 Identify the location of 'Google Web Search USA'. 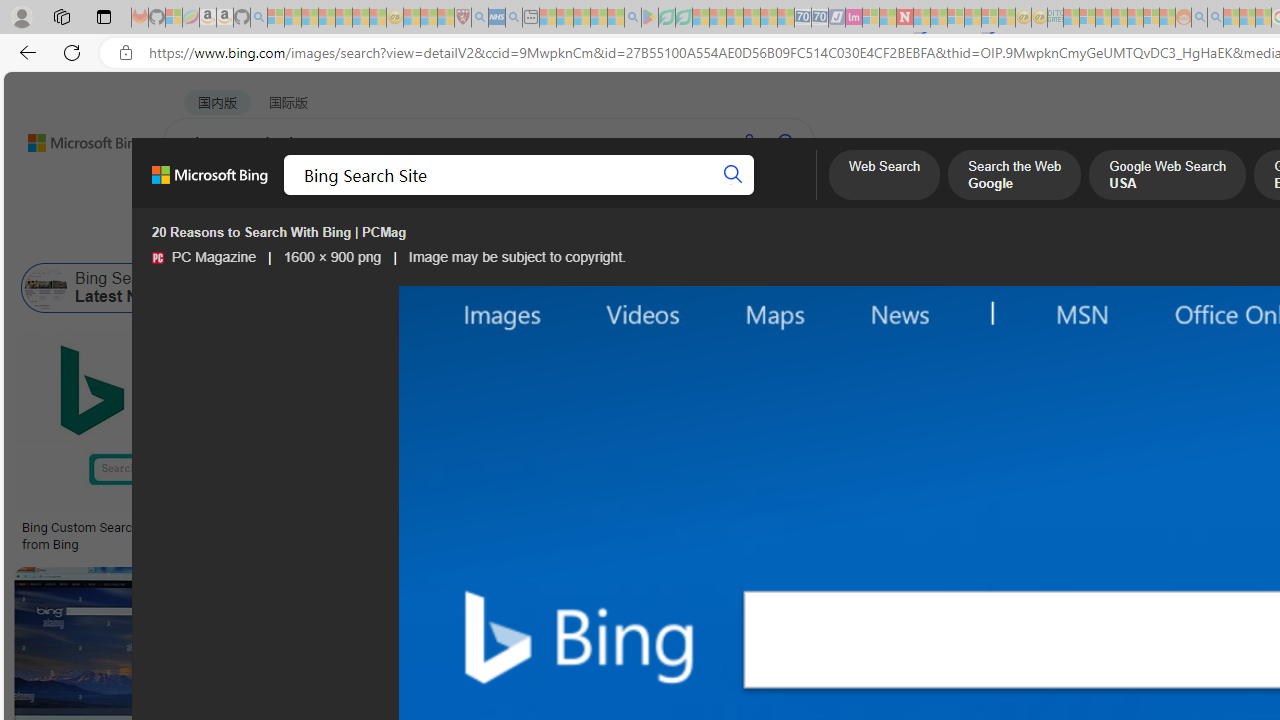
(1166, 176).